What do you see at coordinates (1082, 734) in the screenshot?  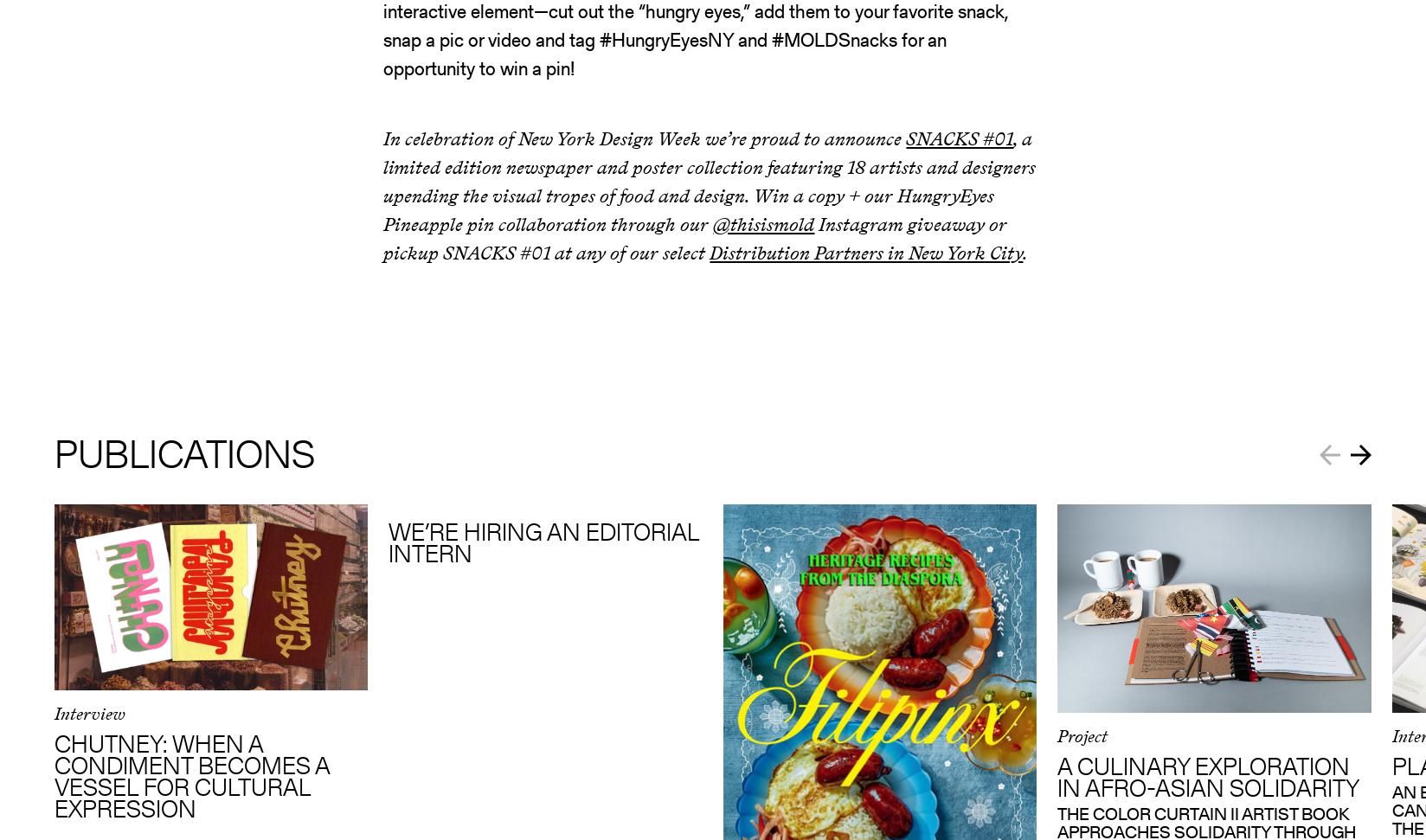 I see `'Project'` at bounding box center [1082, 734].